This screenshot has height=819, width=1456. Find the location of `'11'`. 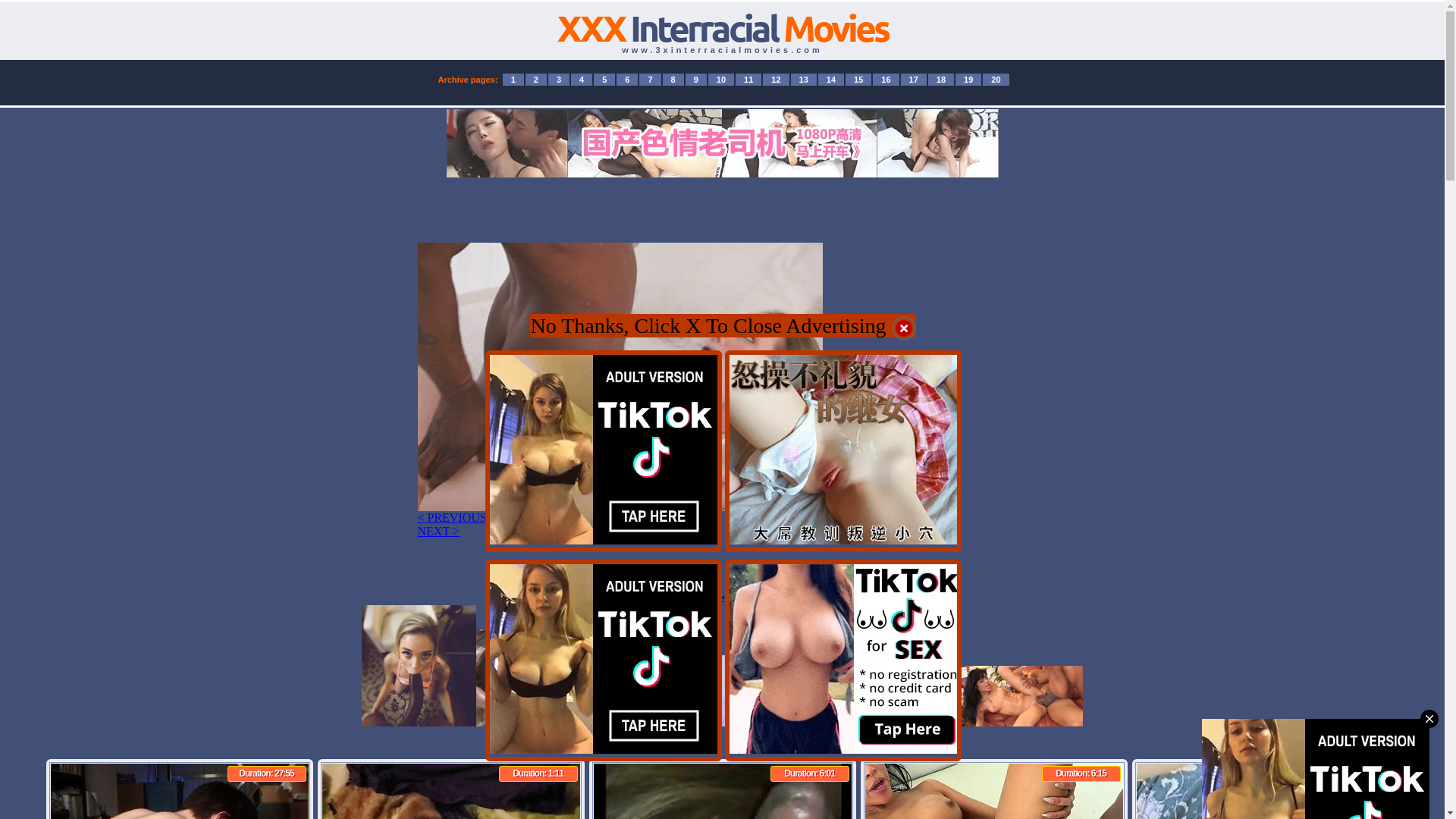

'11' is located at coordinates (748, 79).